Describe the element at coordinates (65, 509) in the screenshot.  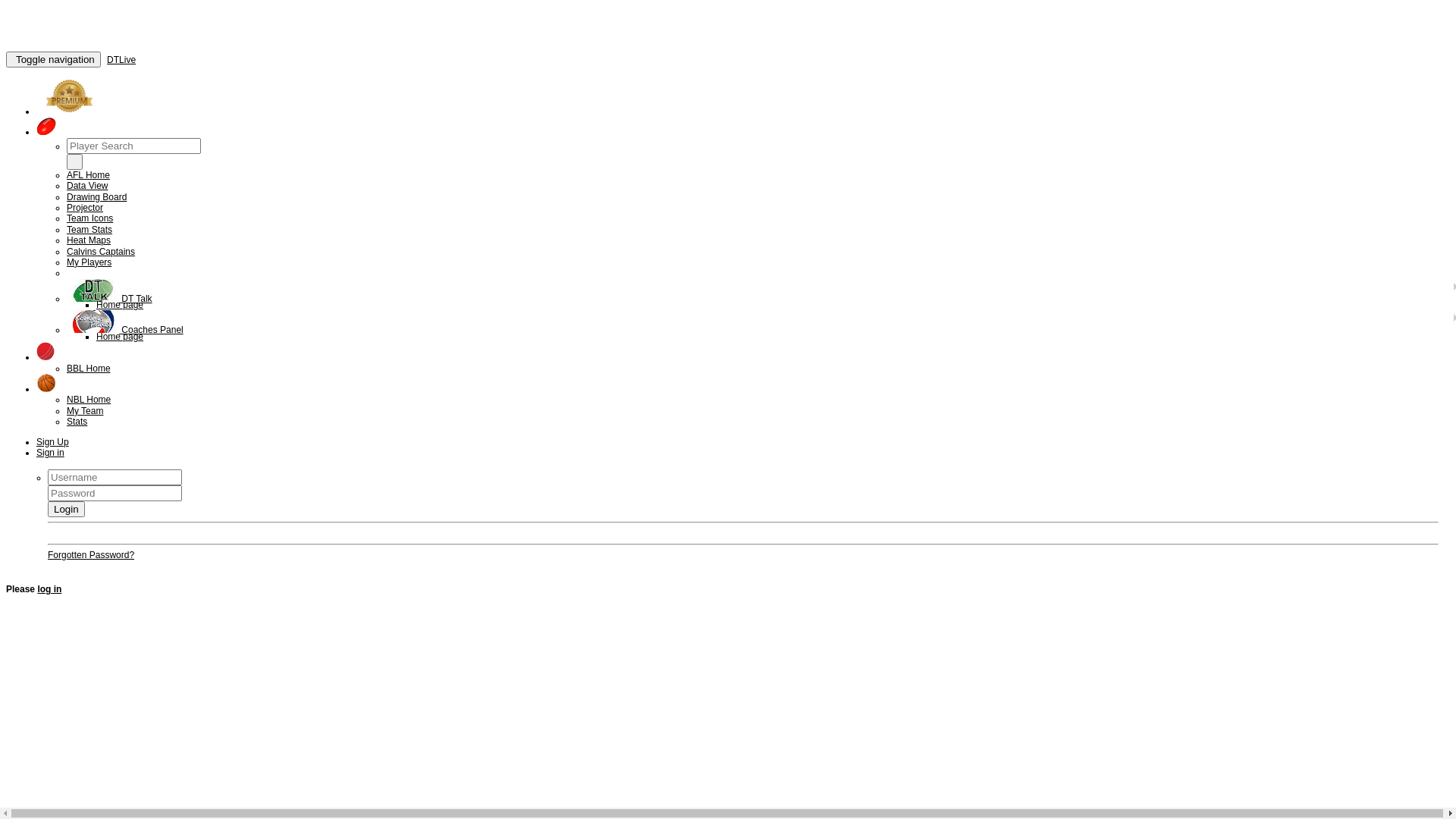
I see `'Login'` at that location.